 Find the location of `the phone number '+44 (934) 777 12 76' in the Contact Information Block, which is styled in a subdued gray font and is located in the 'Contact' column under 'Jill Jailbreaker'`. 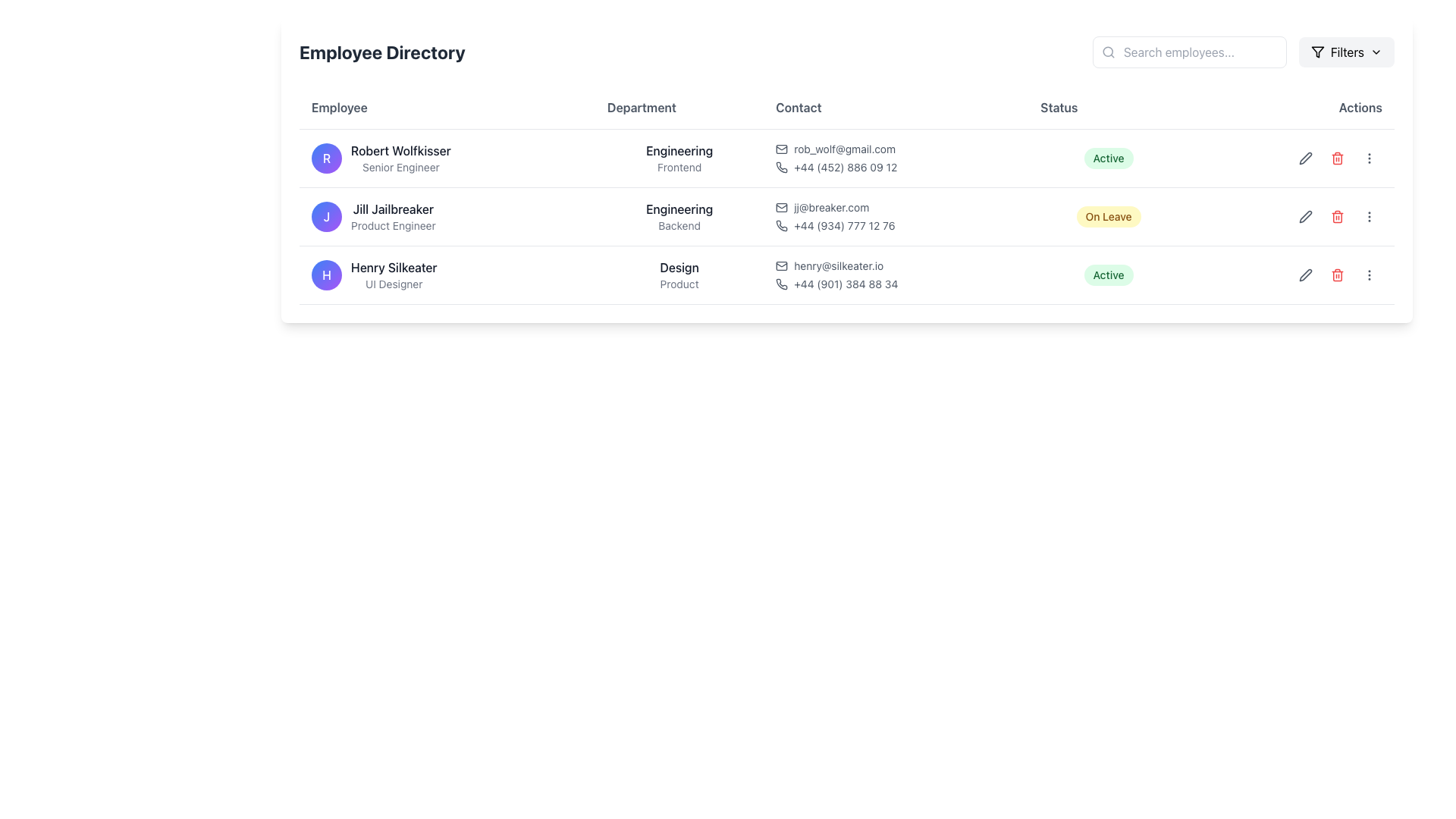

the phone number '+44 (934) 777 12 76' in the Contact Information Block, which is styled in a subdued gray font and is located in the 'Contact' column under 'Jill Jailbreaker' is located at coordinates (896, 216).